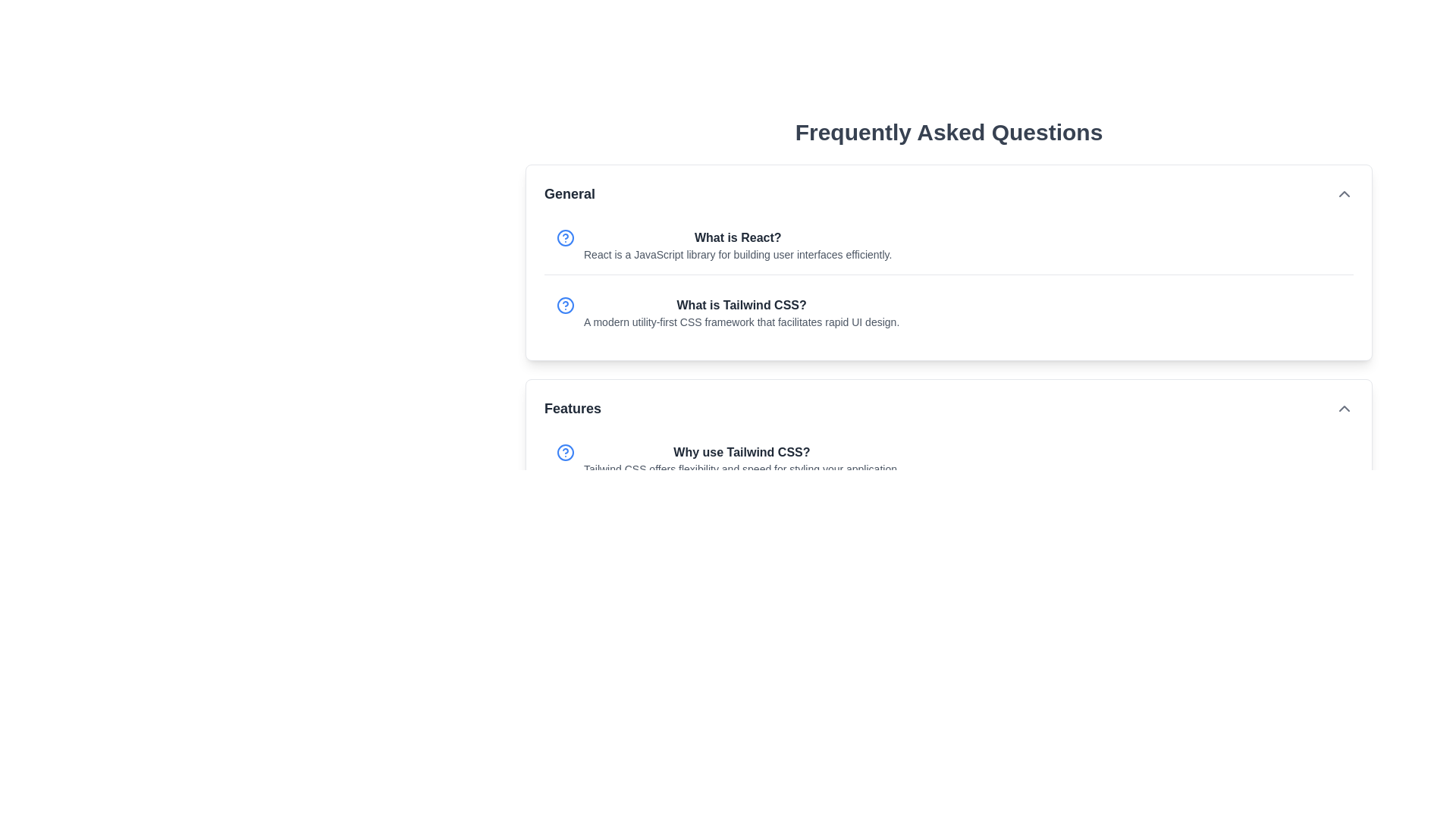 The width and height of the screenshot is (1456, 819). What do you see at coordinates (564, 237) in the screenshot?
I see `the blue outlined circular icon located to the left of the 'What is React?' text in the 'General' section of the FAQ layout` at bounding box center [564, 237].